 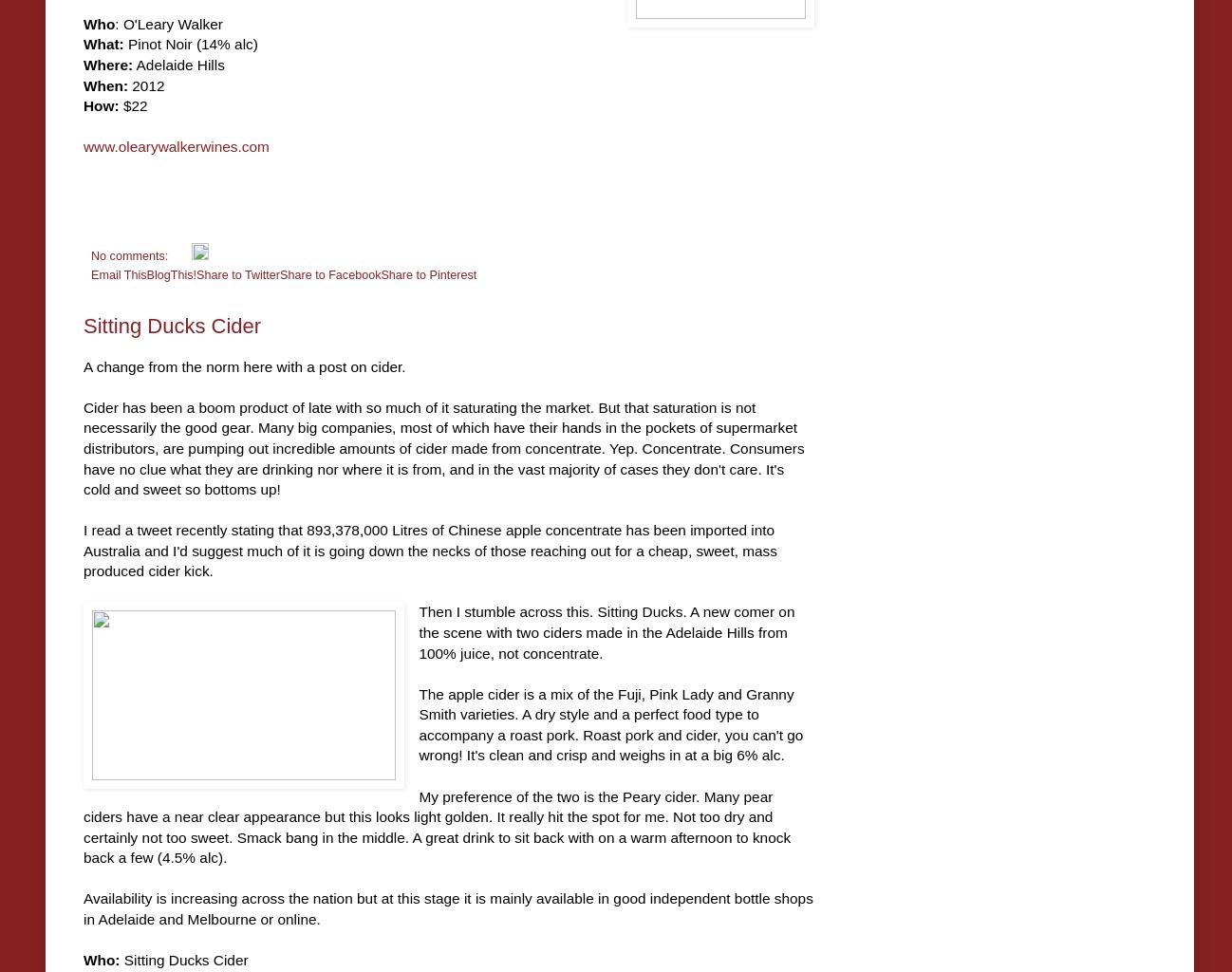 What do you see at coordinates (107, 64) in the screenshot?
I see `'Where:'` at bounding box center [107, 64].